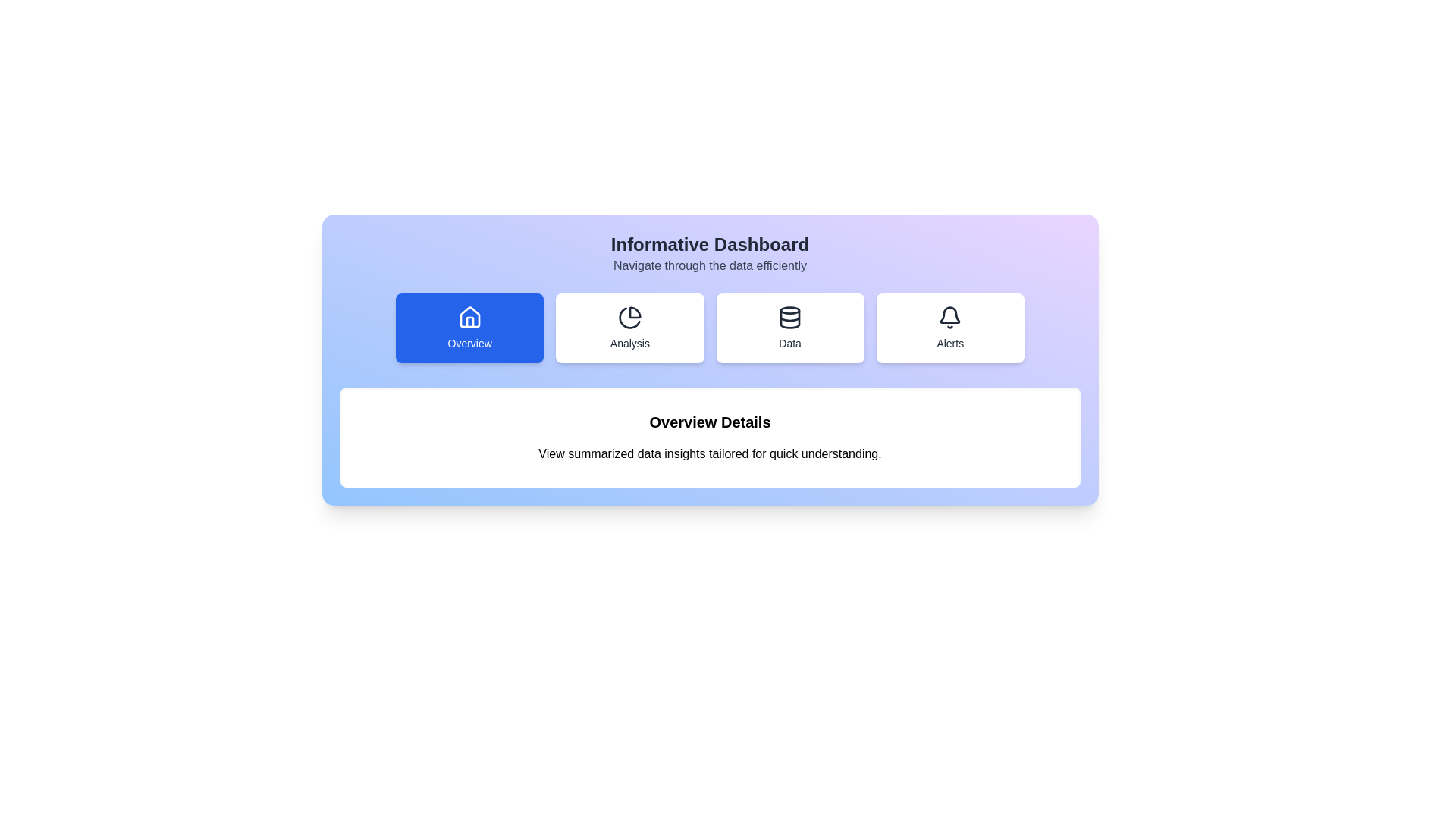 Image resolution: width=1456 pixels, height=819 pixels. I want to click on the 'Analysis' icon located at the top-center of the interface, which visually represents the 'Analysis' functionality and is positioned above the 'Analysis' text label, so click(629, 317).